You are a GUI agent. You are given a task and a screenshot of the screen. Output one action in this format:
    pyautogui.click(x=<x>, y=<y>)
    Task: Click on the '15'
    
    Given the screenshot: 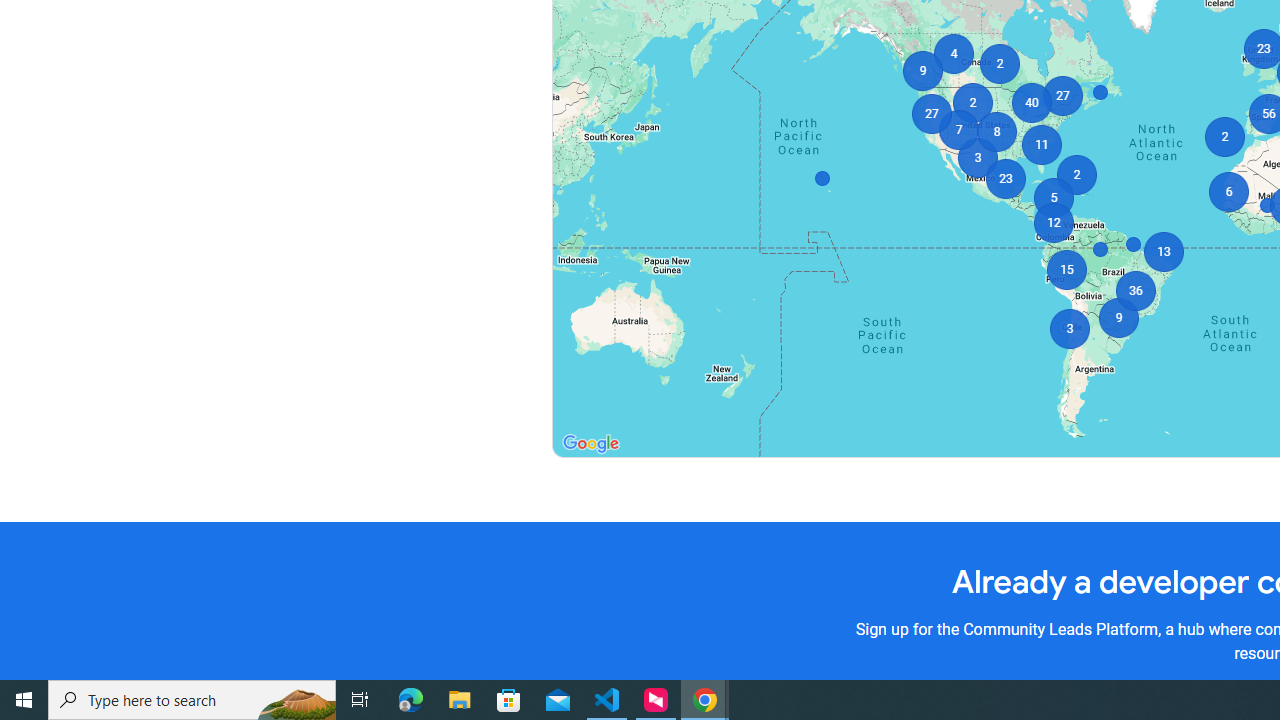 What is the action you would take?
    pyautogui.click(x=1065, y=270)
    